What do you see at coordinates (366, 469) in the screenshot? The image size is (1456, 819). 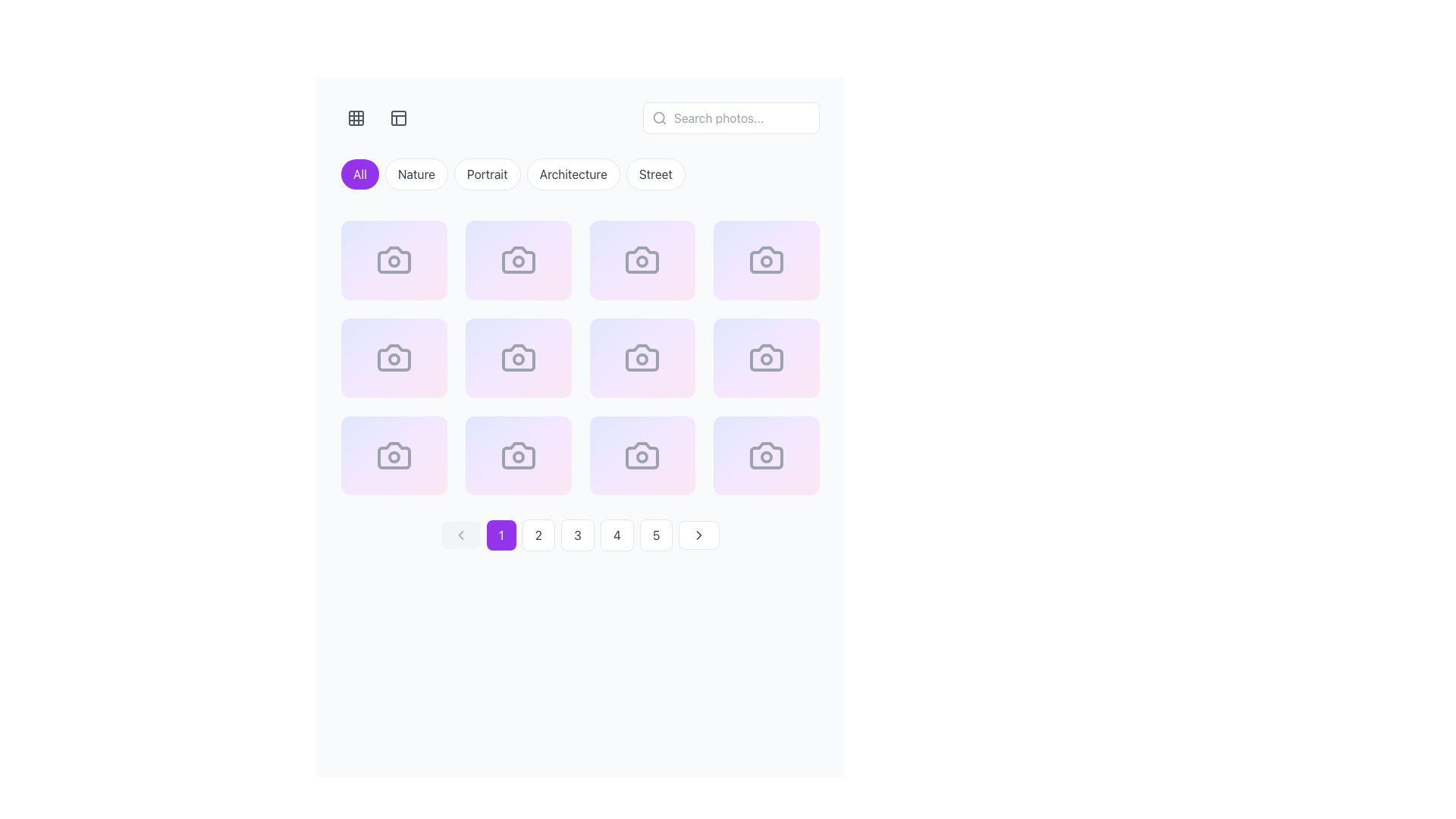 I see `the heart icon` at bounding box center [366, 469].